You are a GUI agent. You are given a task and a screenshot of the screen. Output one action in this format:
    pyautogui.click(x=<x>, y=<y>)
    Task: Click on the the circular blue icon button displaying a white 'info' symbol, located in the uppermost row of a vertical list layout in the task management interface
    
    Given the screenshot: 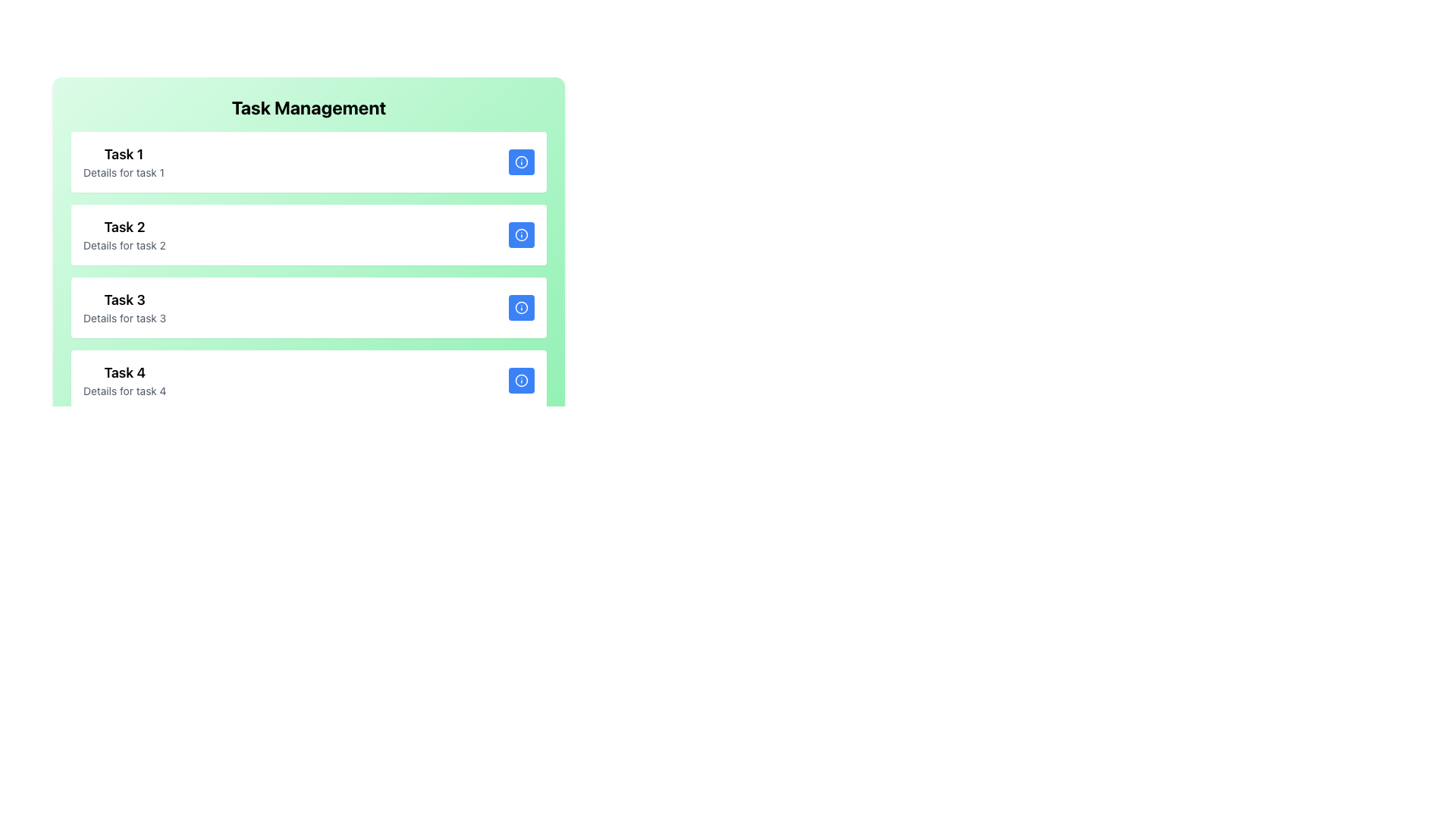 What is the action you would take?
    pyautogui.click(x=521, y=162)
    